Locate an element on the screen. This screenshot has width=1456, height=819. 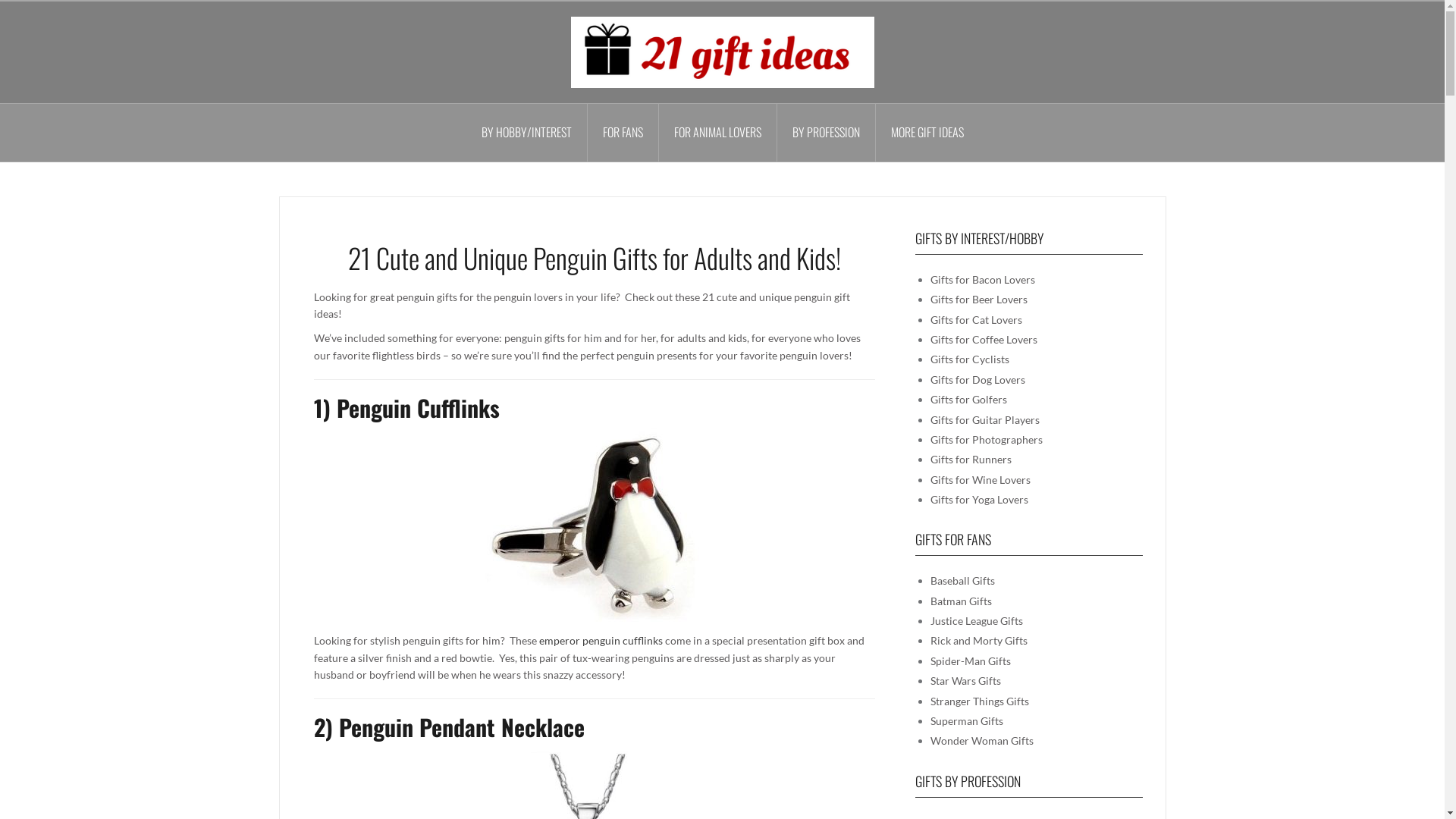
'Superman Gifts' is located at coordinates (965, 720).